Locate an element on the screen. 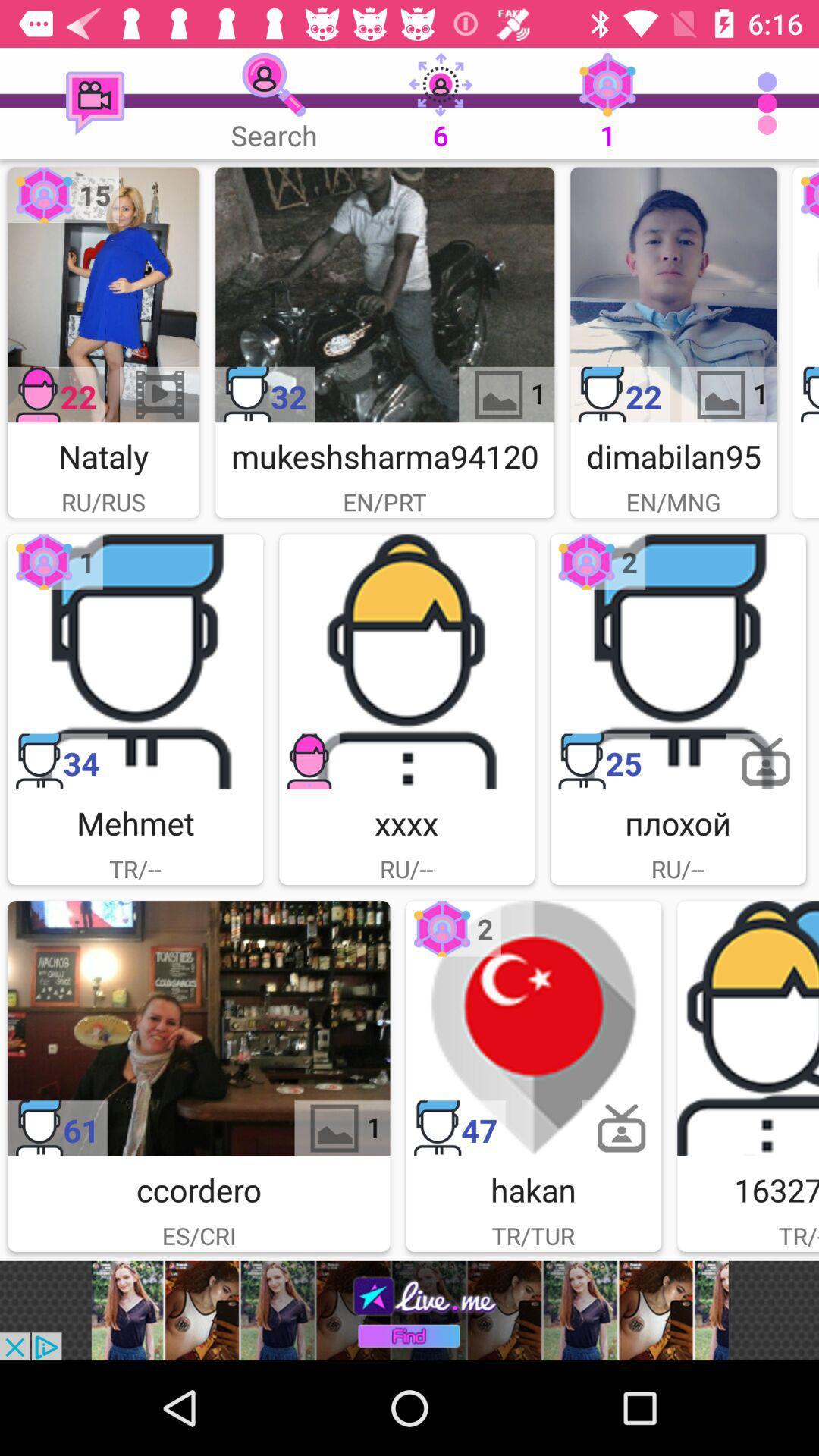  click live me advertisement is located at coordinates (409, 1310).